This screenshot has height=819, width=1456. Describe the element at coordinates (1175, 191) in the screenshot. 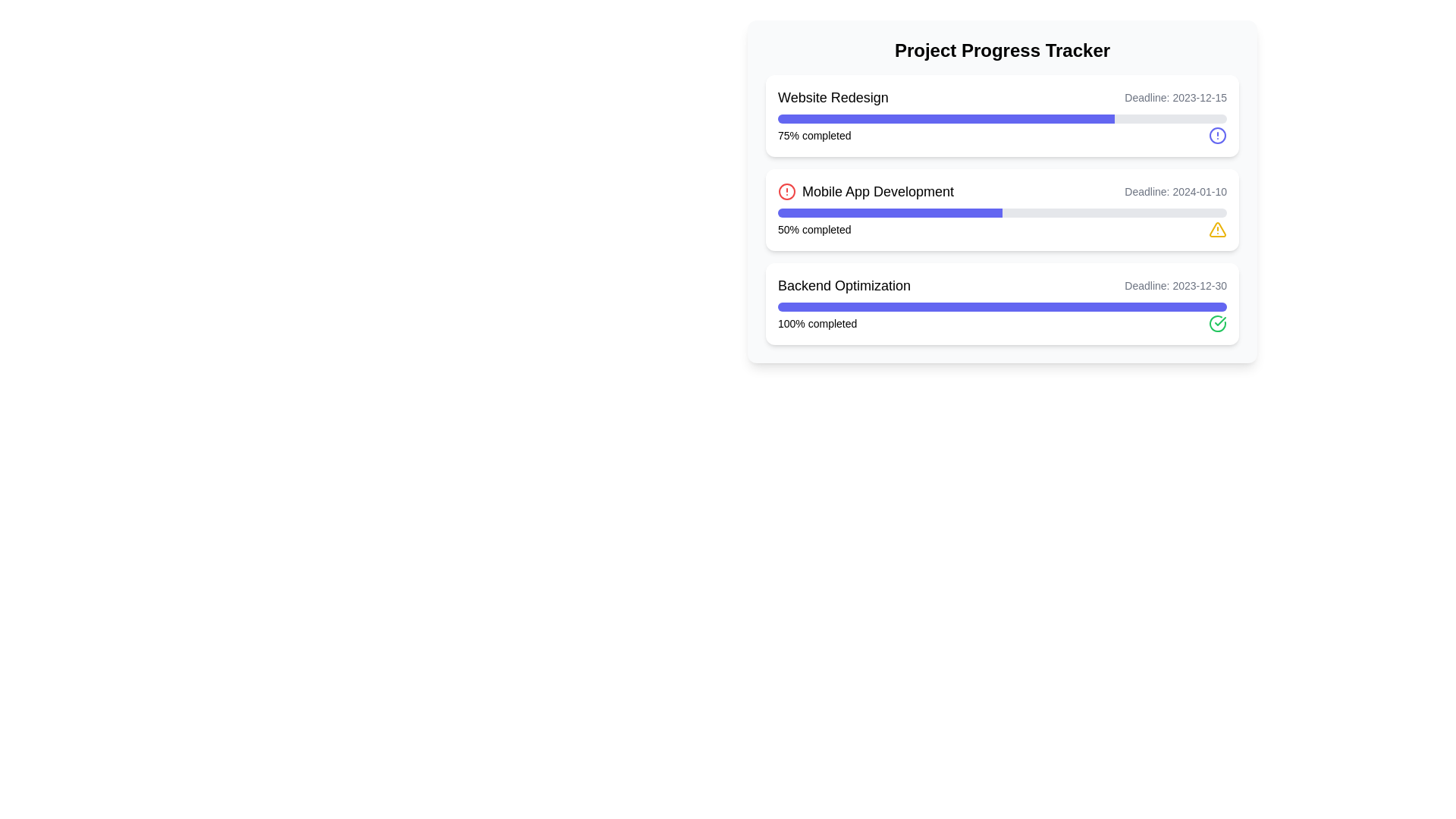

I see `the text label displaying the deadline date for the 'Mobile App Development' project, located at the bottom right of the section` at that location.